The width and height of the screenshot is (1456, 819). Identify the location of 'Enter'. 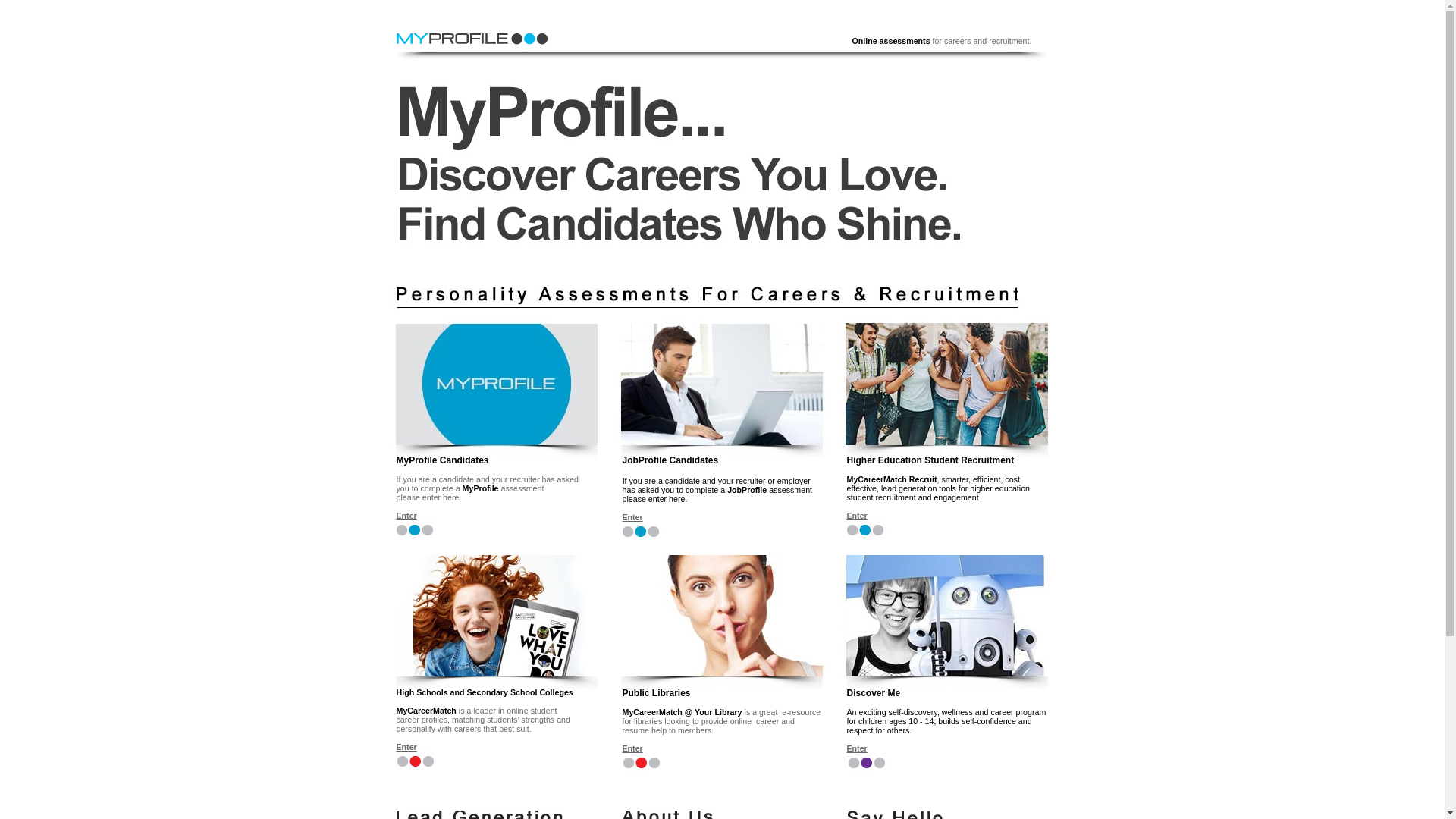
(856, 514).